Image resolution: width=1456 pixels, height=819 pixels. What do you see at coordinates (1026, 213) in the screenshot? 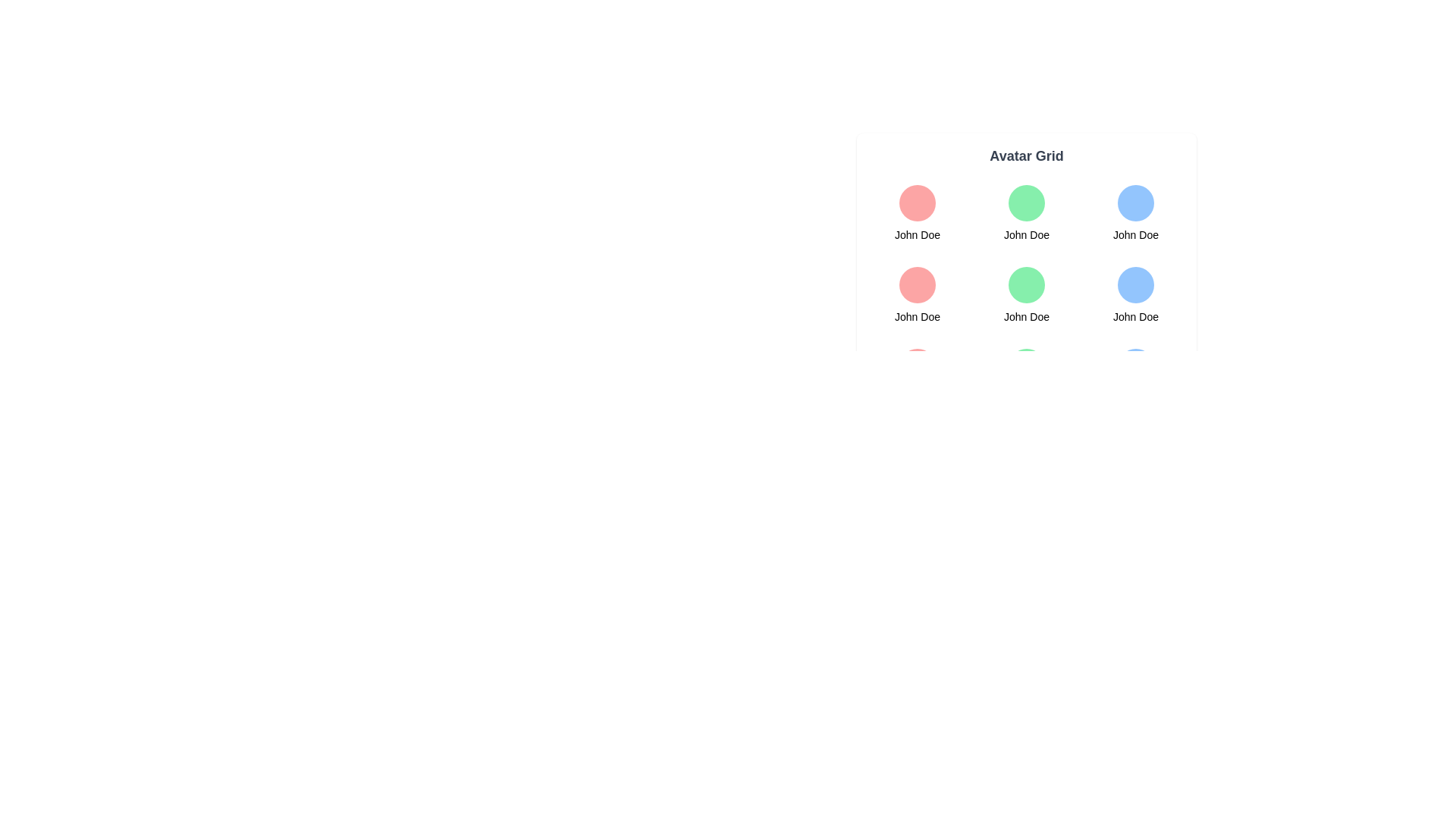
I see `the Profile avatar representing 'John Doe'` at bounding box center [1026, 213].